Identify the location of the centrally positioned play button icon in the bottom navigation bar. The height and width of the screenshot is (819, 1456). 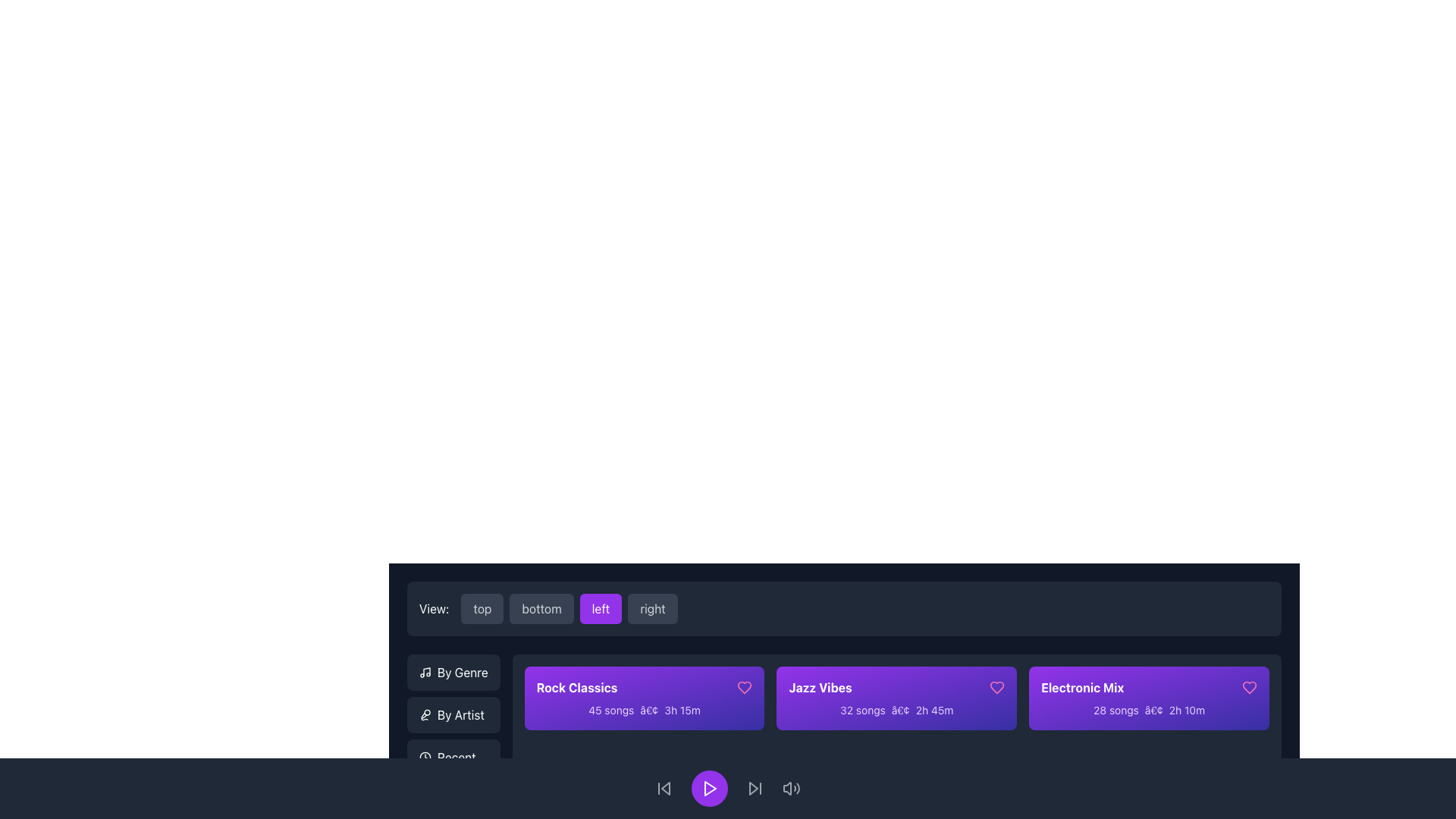
(709, 788).